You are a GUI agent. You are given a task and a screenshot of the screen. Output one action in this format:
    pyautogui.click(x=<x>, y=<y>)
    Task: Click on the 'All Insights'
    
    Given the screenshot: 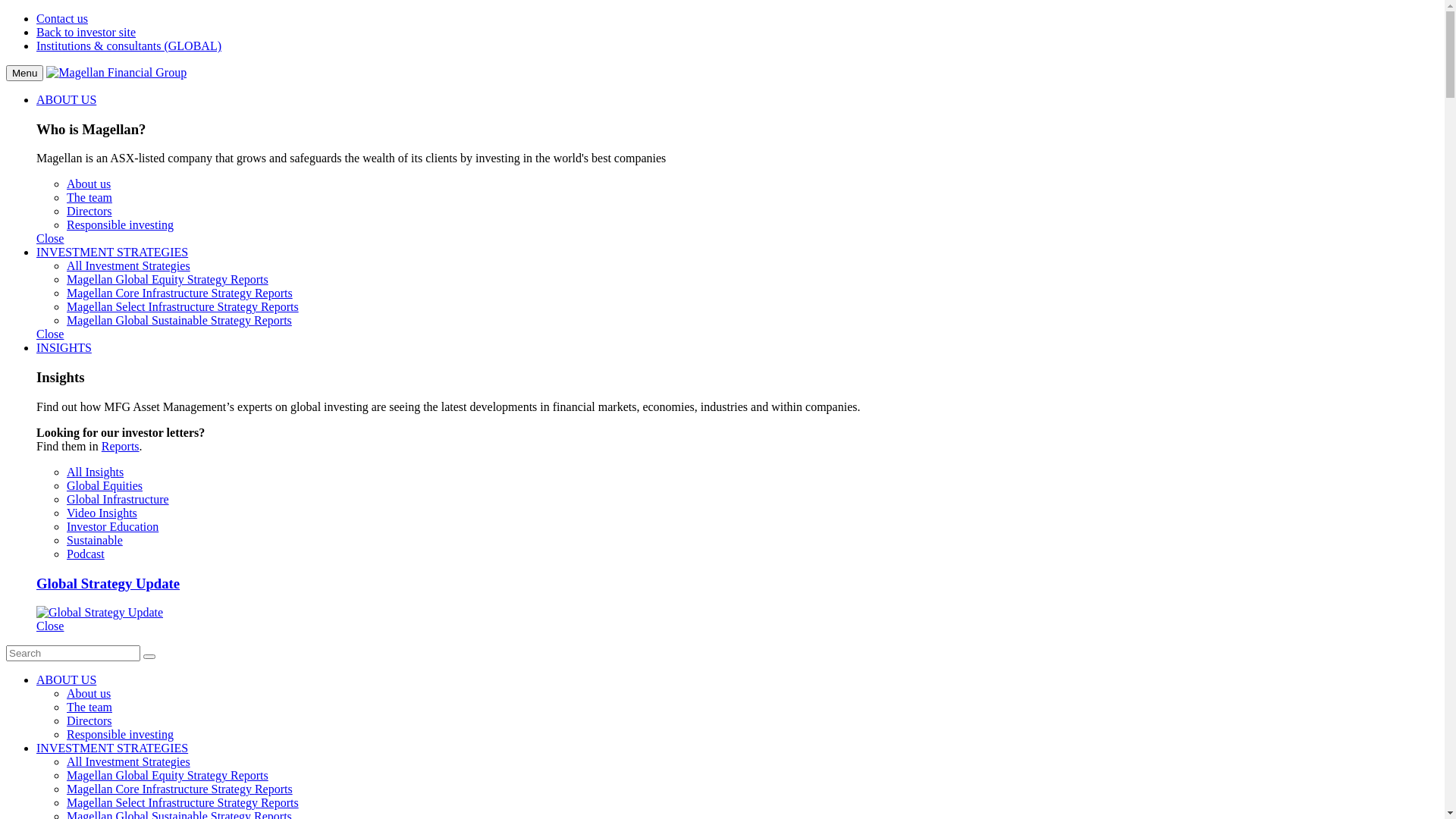 What is the action you would take?
    pyautogui.click(x=94, y=471)
    